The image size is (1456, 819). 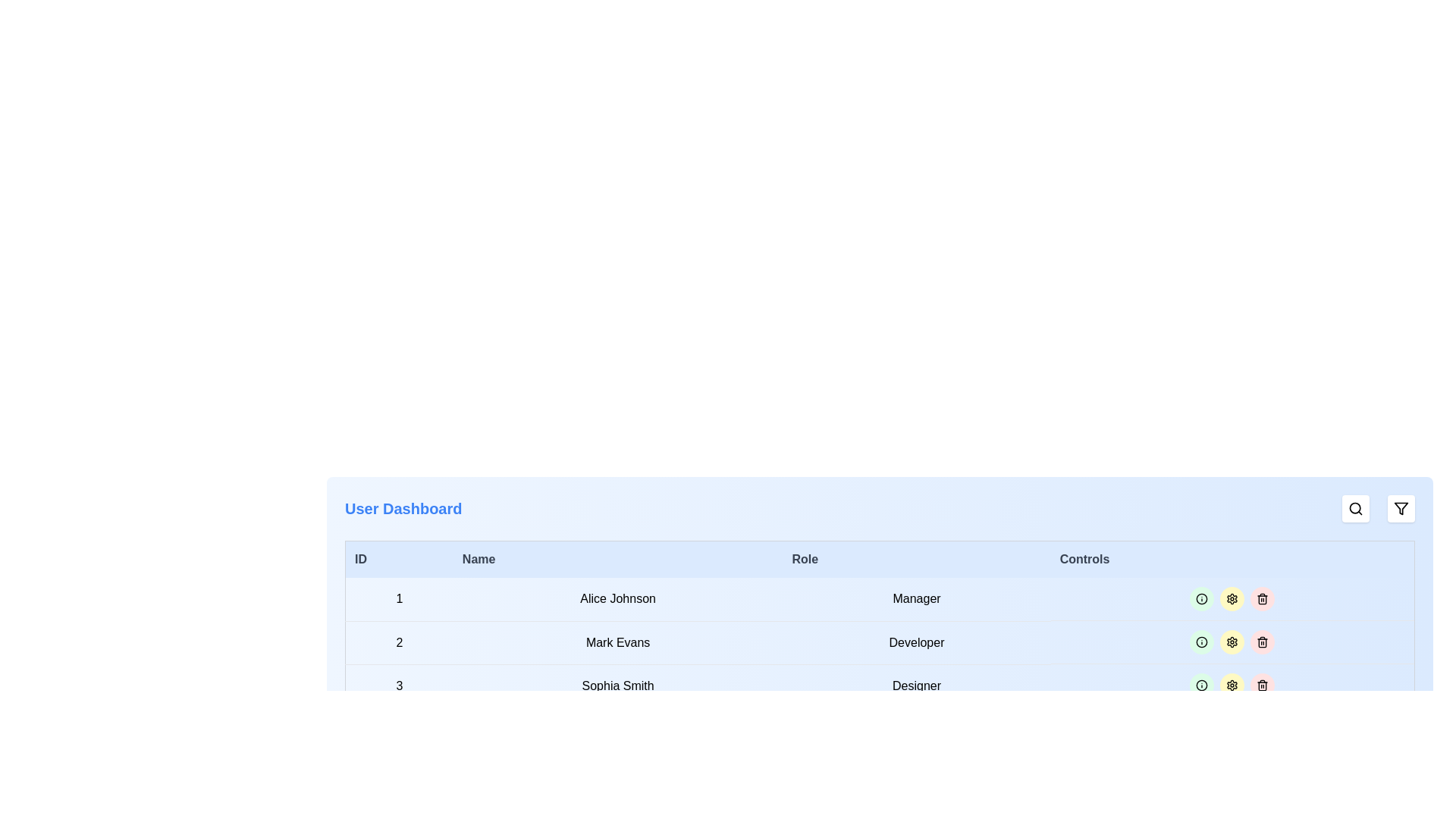 I want to click on the text component displaying the number '1' in the table entry under the 'ID' column for user 'Alice Johnson', so click(x=399, y=598).